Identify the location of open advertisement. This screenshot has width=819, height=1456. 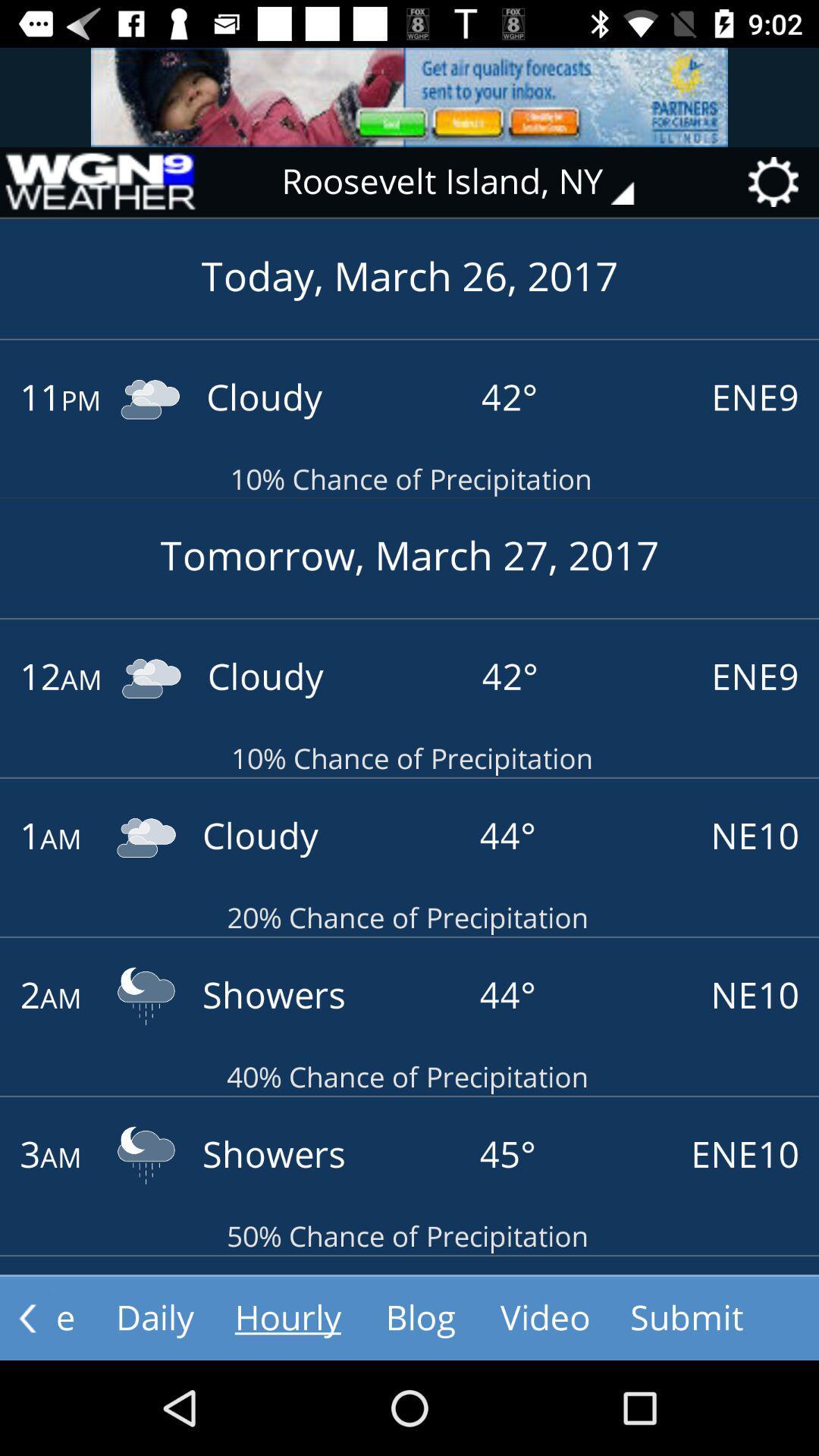
(409, 96).